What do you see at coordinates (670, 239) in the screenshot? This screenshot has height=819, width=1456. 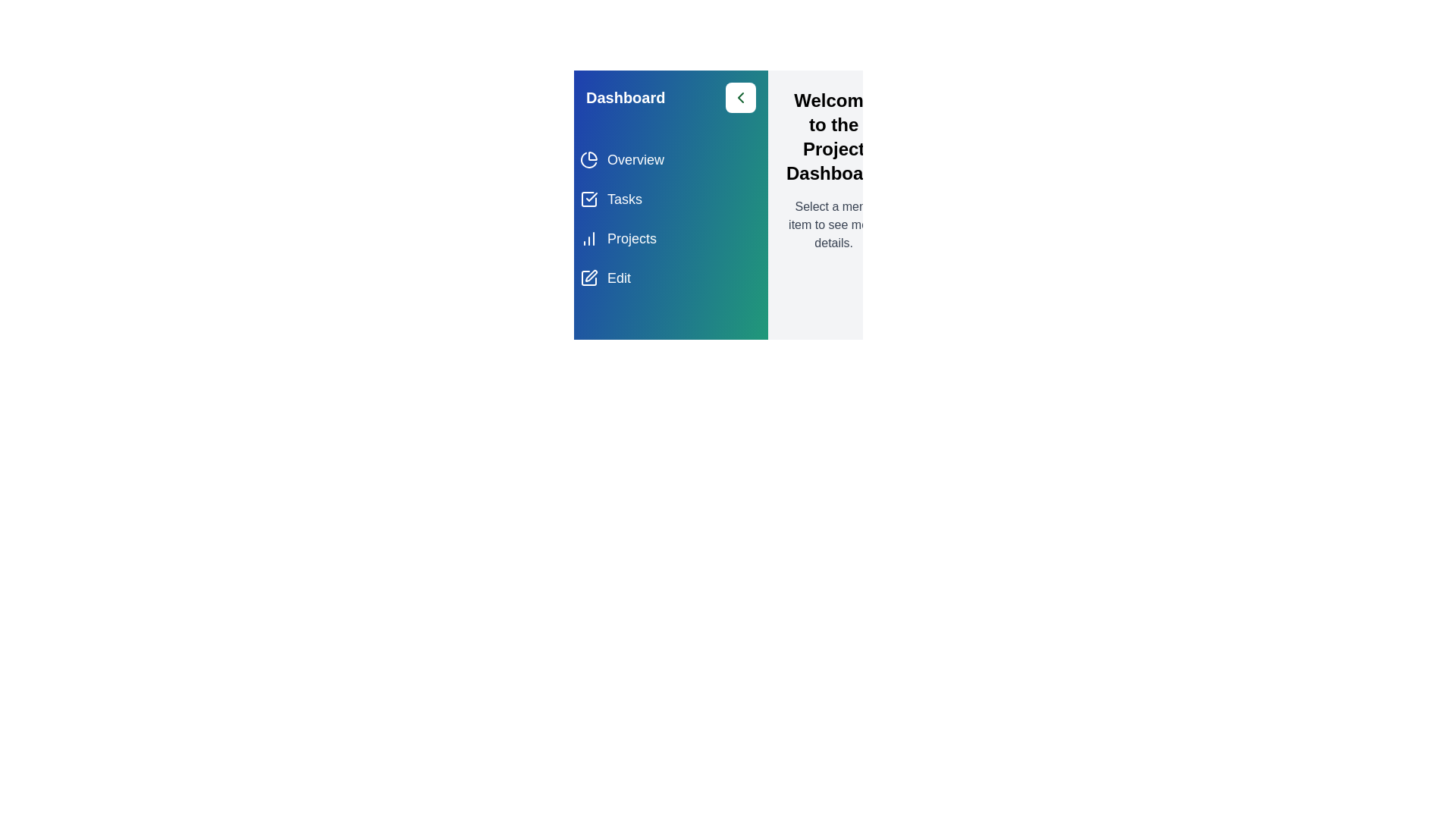 I see `the menu item Projects to observe the hover effect` at bounding box center [670, 239].